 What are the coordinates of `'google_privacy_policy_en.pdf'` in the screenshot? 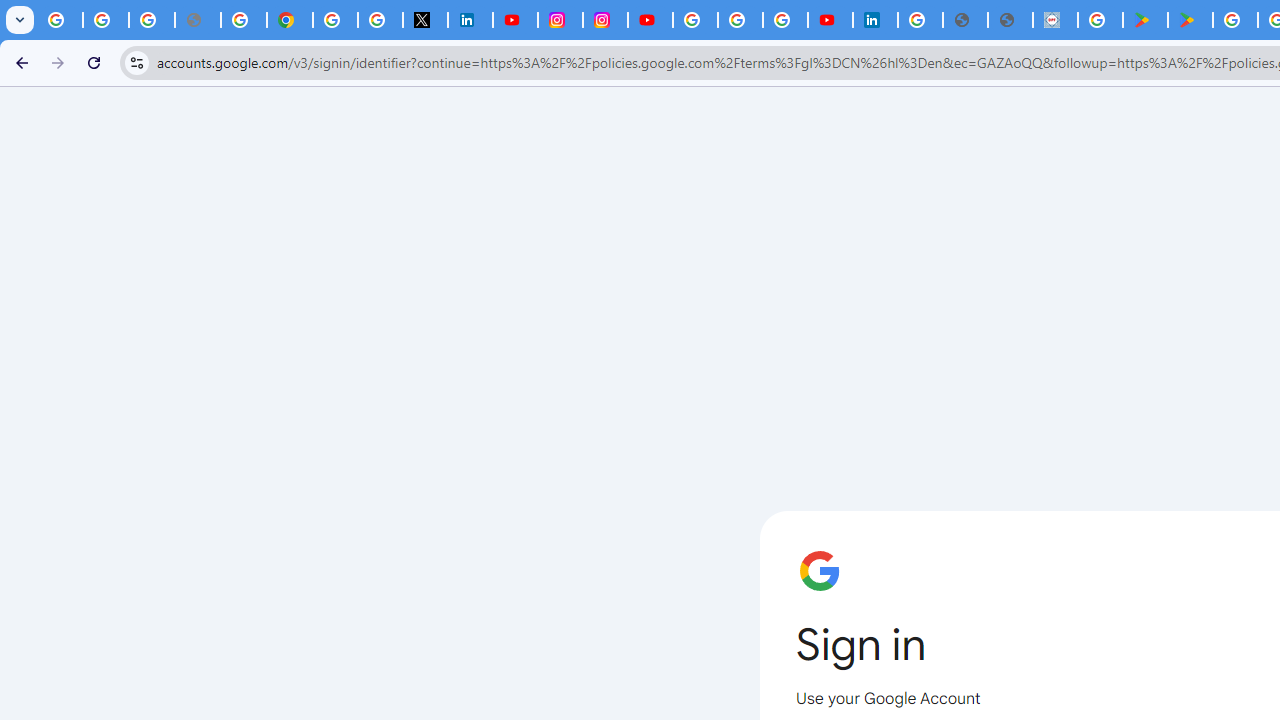 It's located at (965, 20).